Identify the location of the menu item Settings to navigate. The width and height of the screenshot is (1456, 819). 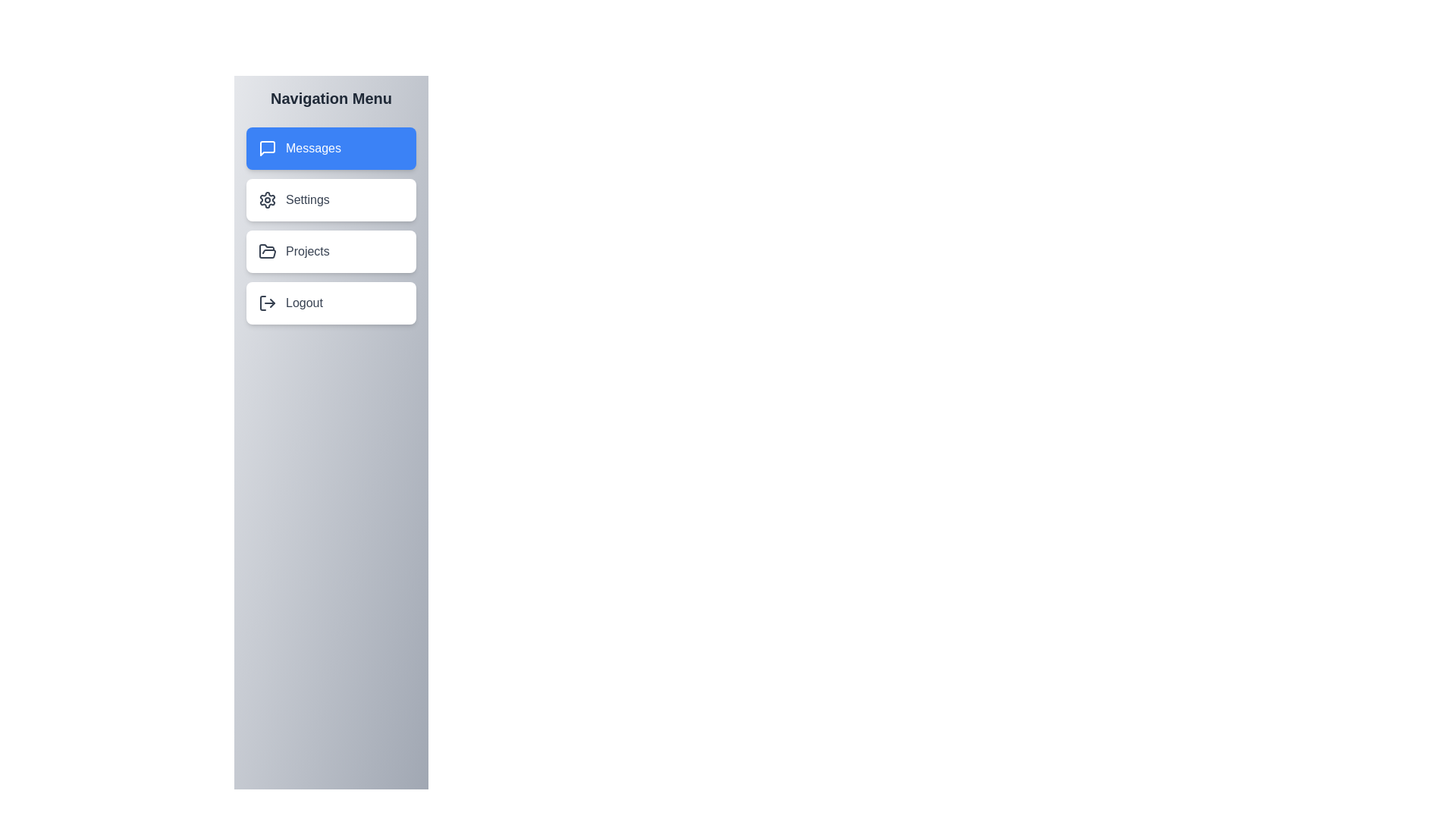
(330, 199).